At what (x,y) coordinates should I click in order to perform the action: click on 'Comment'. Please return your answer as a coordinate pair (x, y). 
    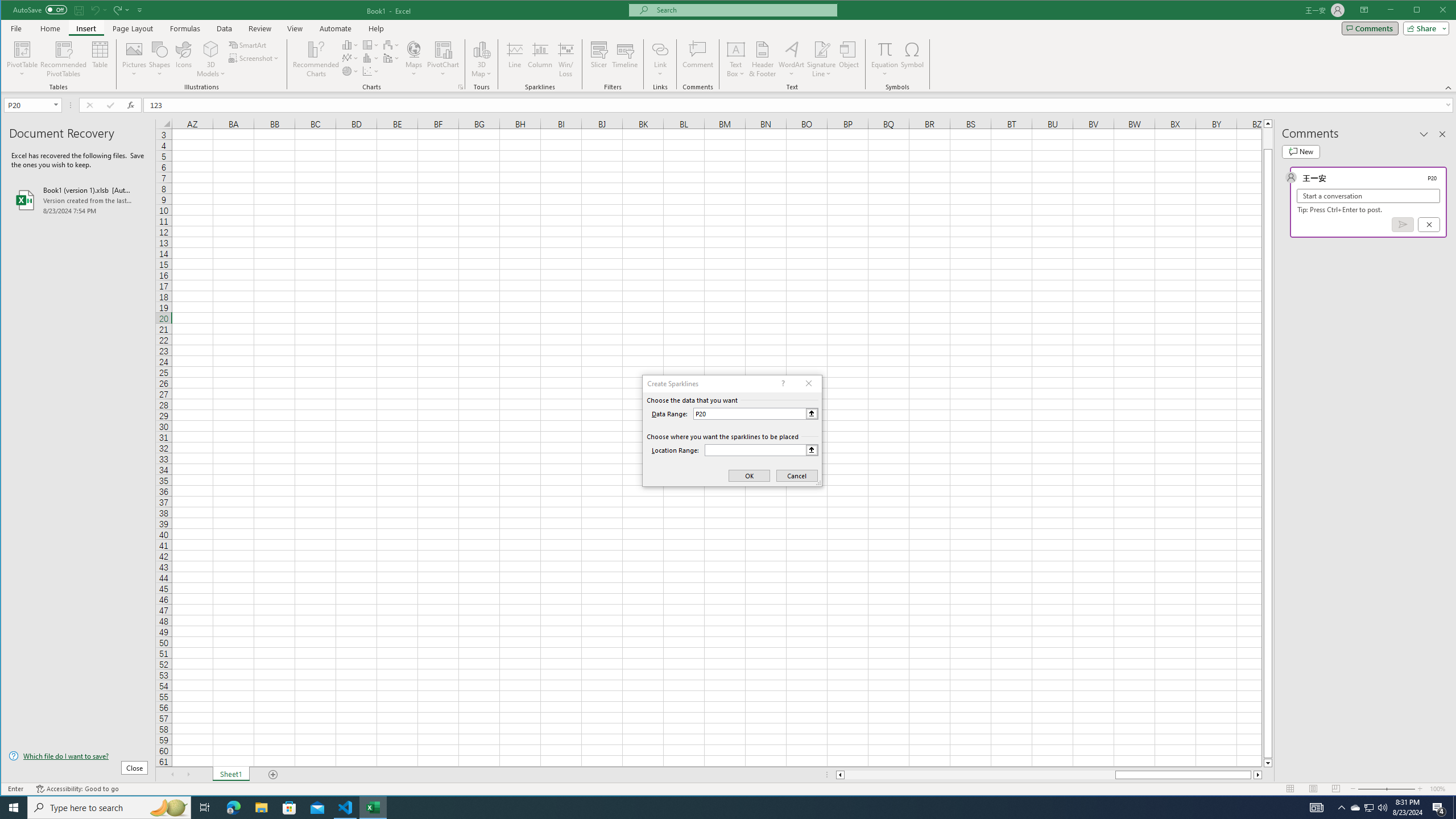
    Looking at the image, I should click on (698, 59).